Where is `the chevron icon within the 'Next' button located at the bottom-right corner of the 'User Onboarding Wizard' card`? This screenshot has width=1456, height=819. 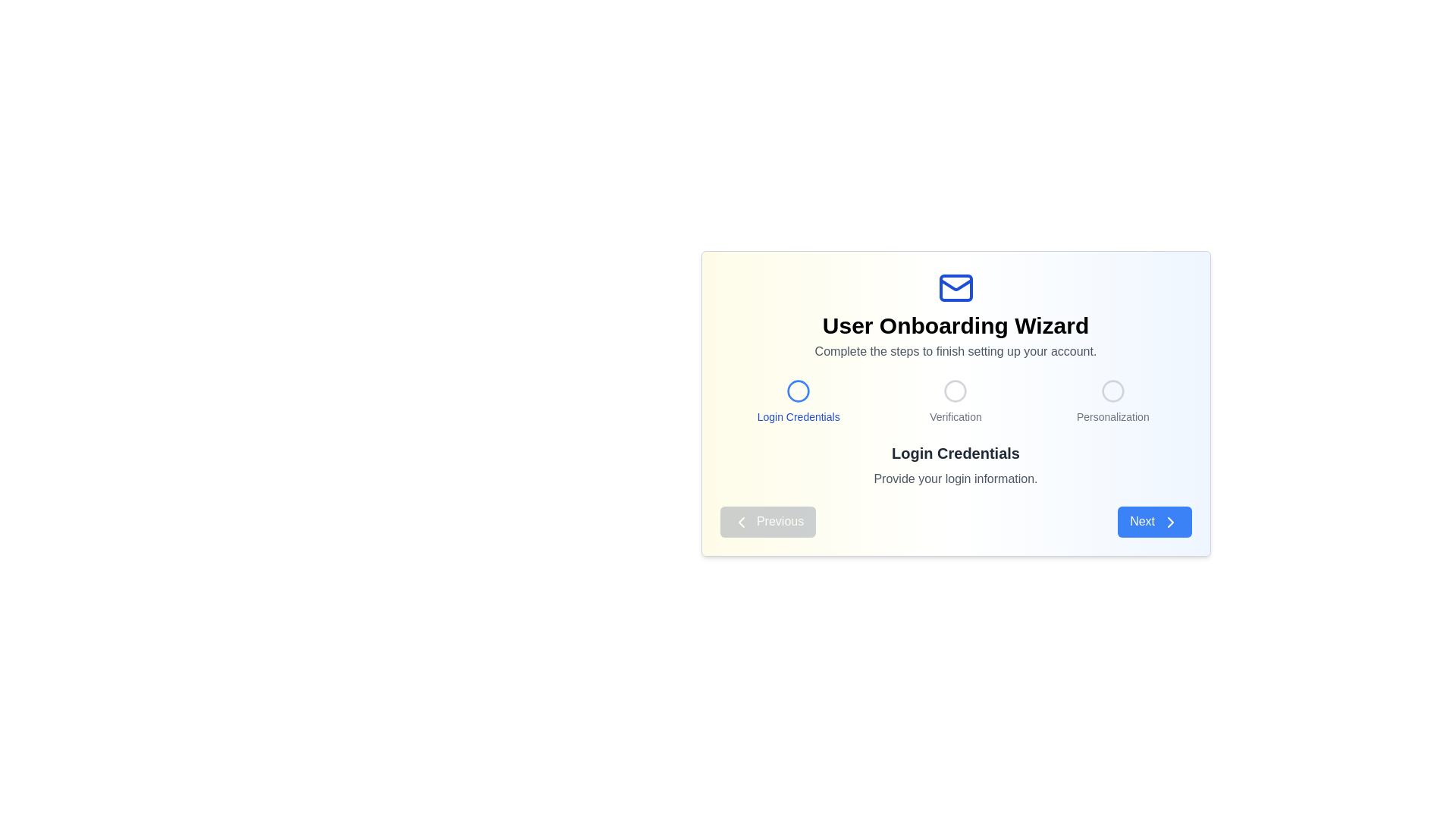 the chevron icon within the 'Next' button located at the bottom-right corner of the 'User Onboarding Wizard' card is located at coordinates (1169, 521).